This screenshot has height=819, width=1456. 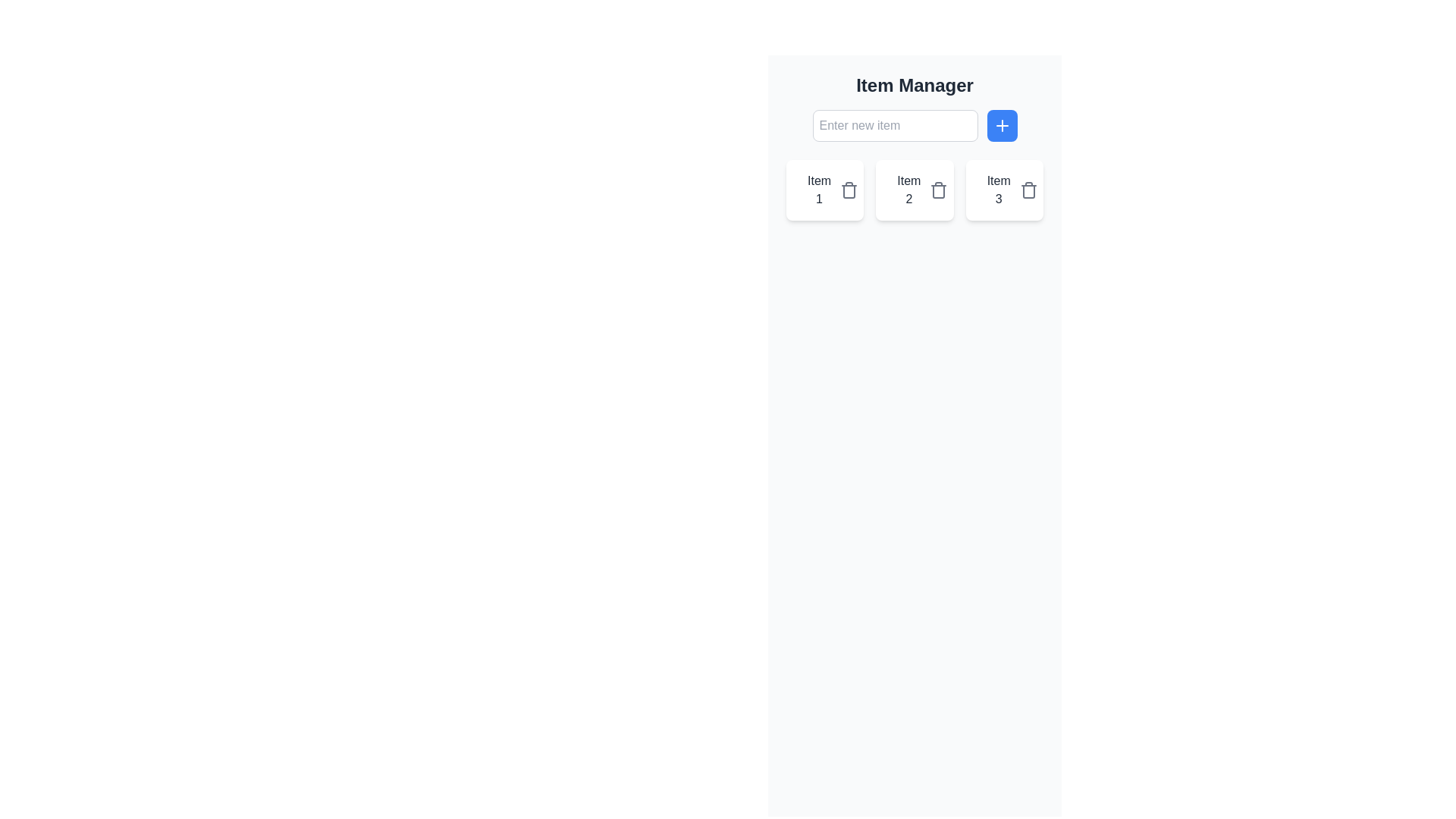 I want to click on the 'Add Item' button located in the top-right corner of the 'Item Manager' section, so click(x=1002, y=124).